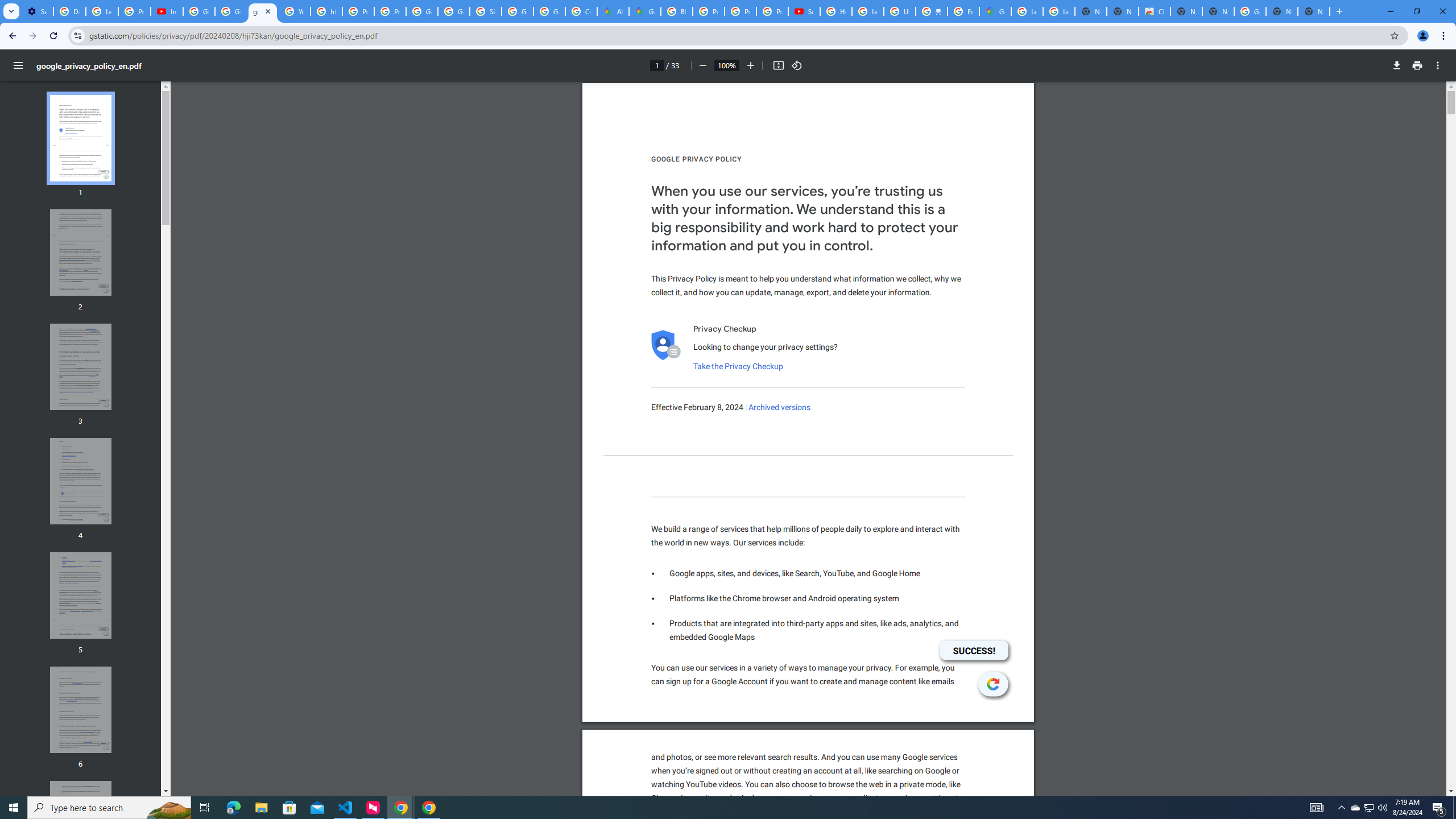  I want to click on 'Download', so click(1396, 65).